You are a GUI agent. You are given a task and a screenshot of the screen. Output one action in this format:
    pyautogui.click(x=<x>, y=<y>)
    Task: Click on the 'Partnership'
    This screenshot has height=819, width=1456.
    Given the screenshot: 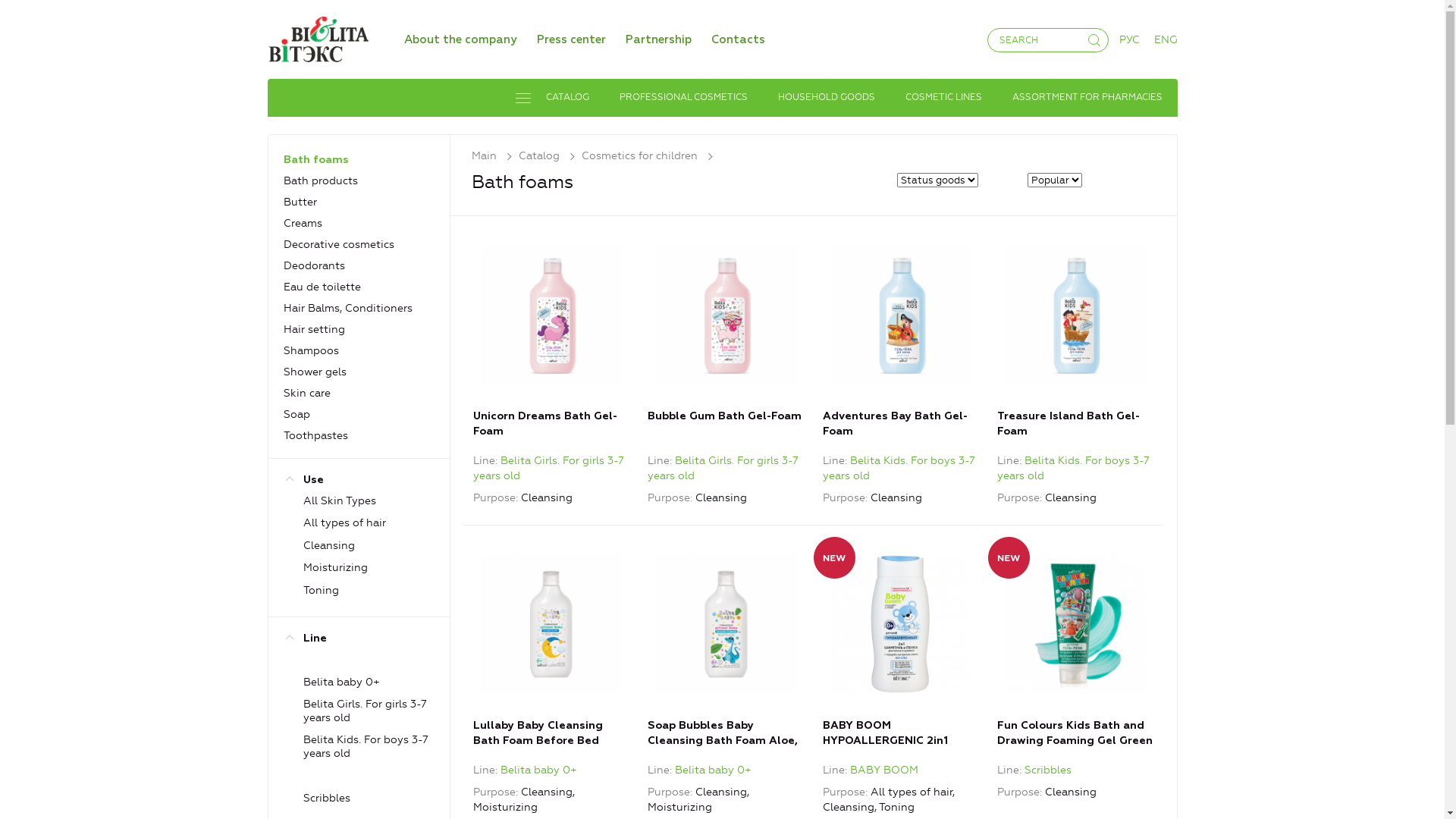 What is the action you would take?
    pyautogui.click(x=657, y=39)
    